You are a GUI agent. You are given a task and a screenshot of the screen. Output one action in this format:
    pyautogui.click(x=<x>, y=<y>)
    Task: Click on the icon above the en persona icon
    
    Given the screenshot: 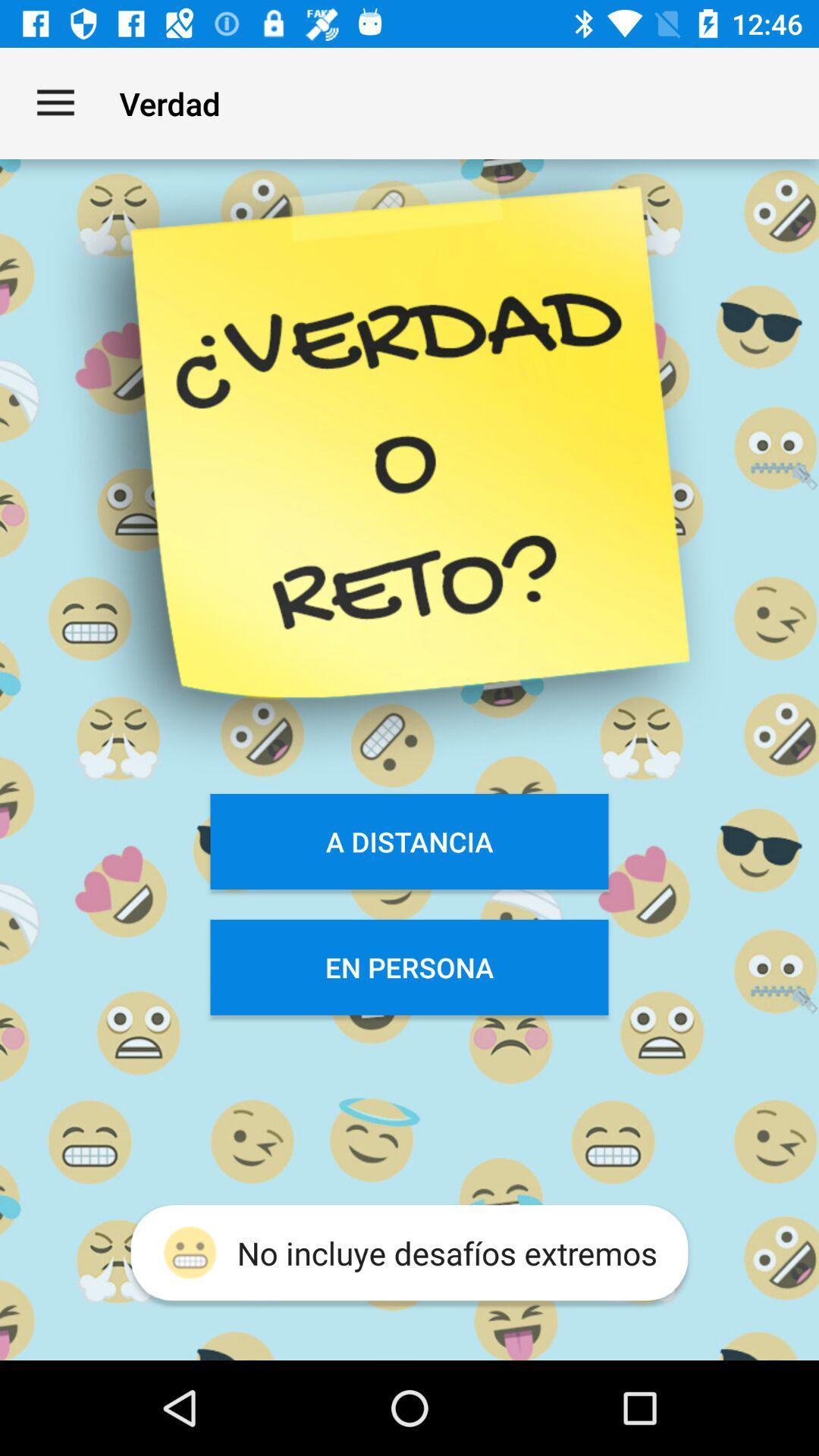 What is the action you would take?
    pyautogui.click(x=409, y=840)
    